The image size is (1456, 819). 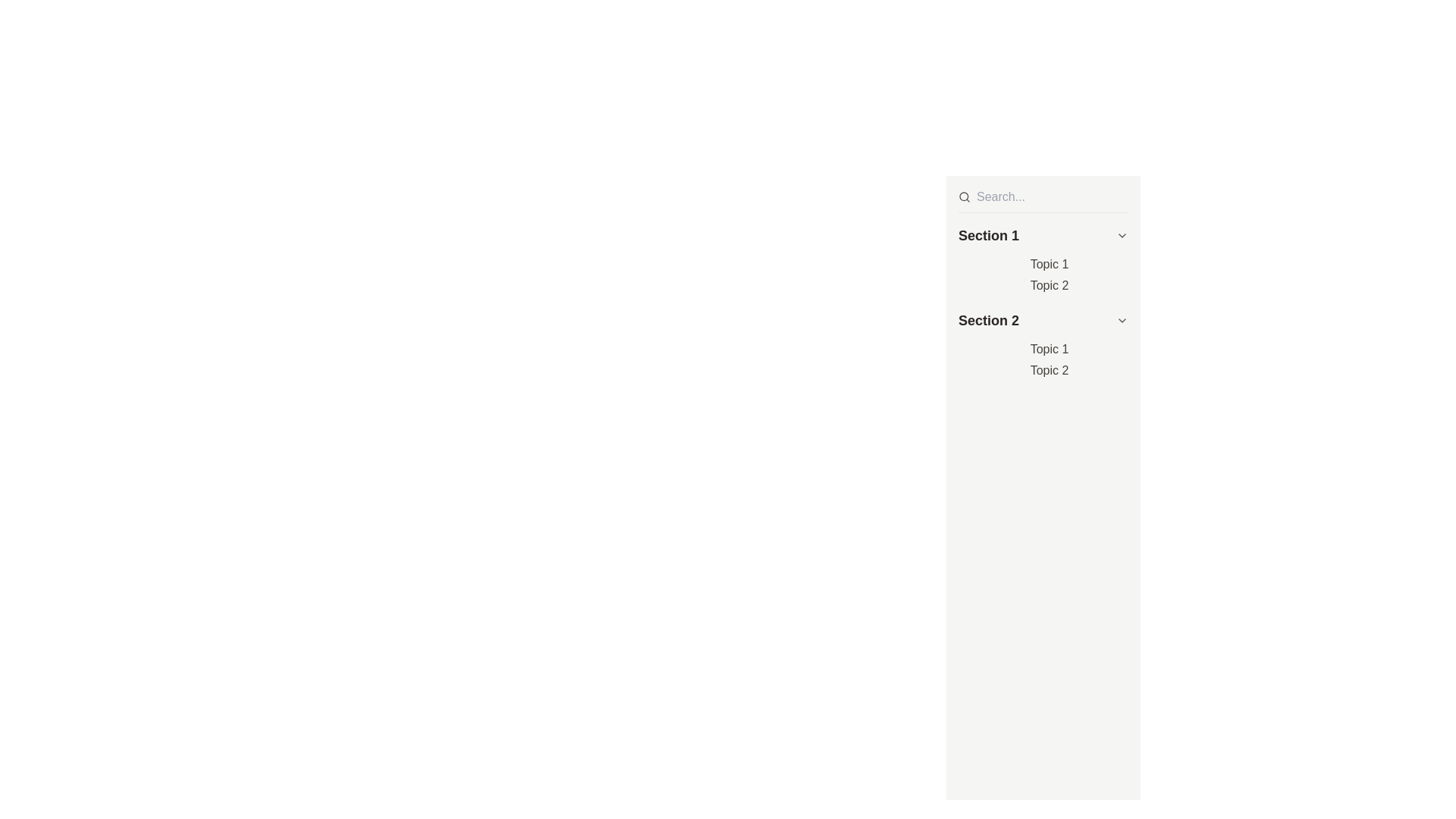 I want to click on the second hyperlink under 'Section 1' in the sidebar, so click(x=1048, y=285).